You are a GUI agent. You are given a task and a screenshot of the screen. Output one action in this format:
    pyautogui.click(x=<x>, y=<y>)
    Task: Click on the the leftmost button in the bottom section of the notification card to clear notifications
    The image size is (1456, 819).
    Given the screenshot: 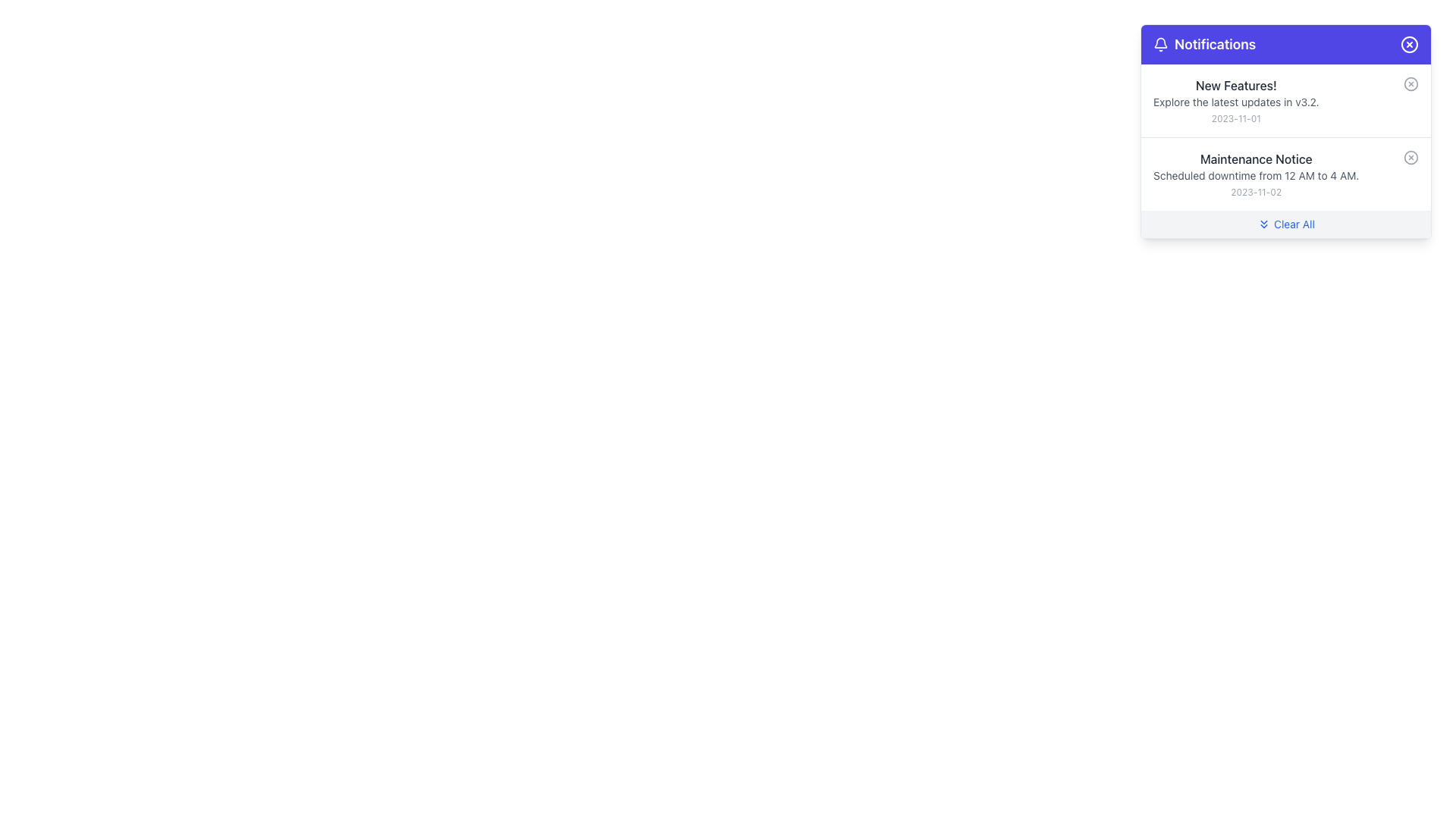 What is the action you would take?
    pyautogui.click(x=1285, y=224)
    